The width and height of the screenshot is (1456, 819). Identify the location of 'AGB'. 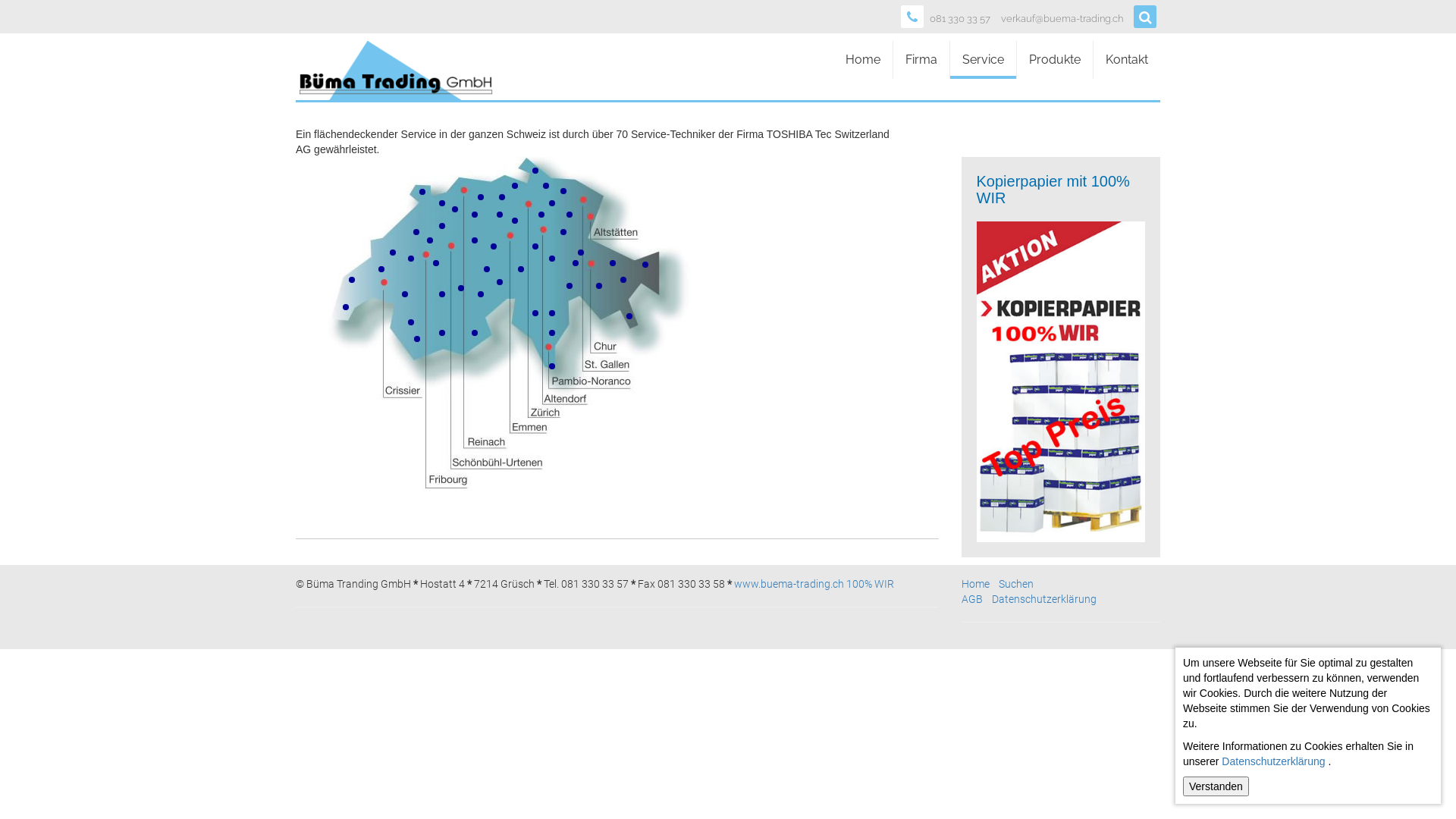
(971, 598).